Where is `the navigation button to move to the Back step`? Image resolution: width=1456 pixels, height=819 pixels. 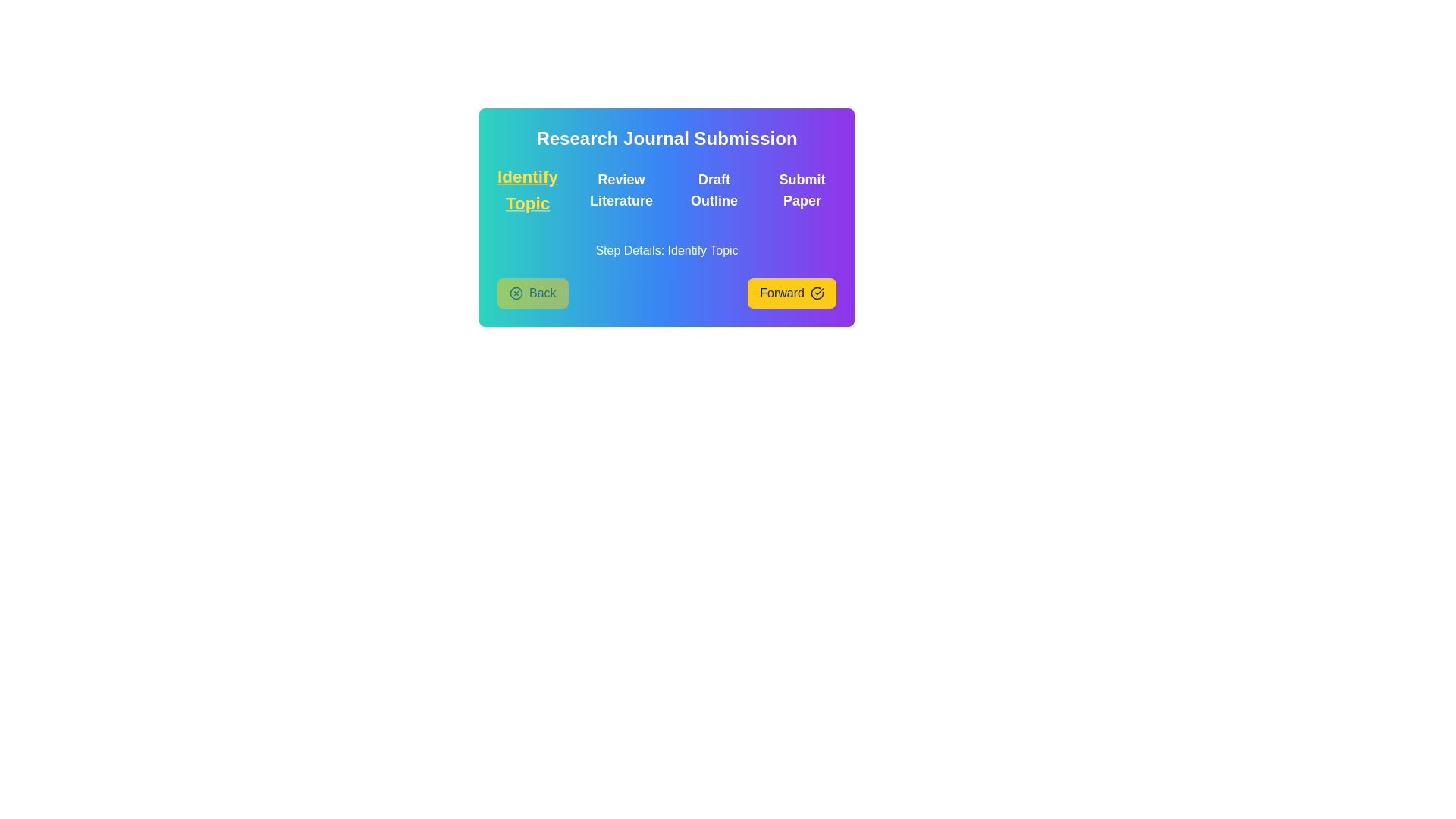 the navigation button to move to the Back step is located at coordinates (532, 293).